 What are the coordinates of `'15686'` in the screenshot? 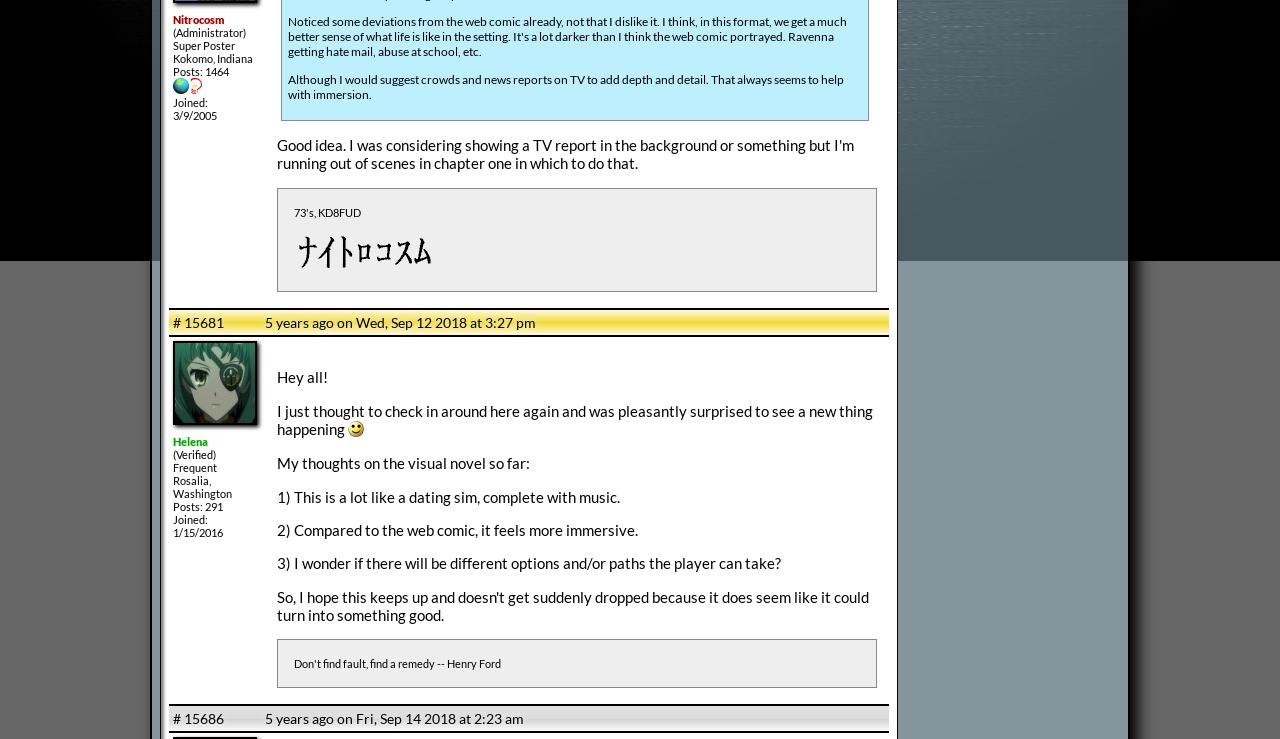 It's located at (204, 718).